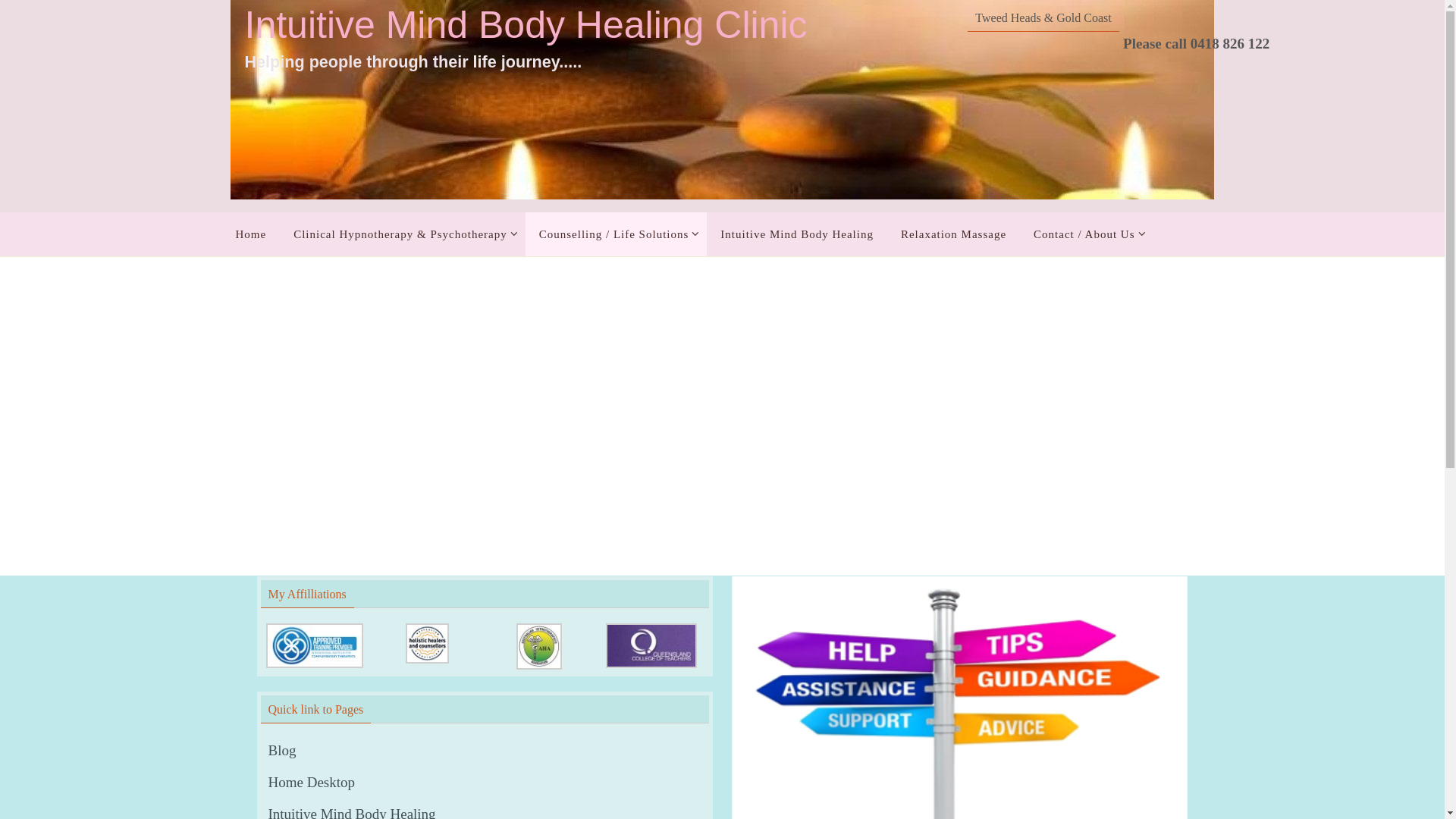 This screenshot has width=1456, height=819. I want to click on 'Blog', so click(282, 751).